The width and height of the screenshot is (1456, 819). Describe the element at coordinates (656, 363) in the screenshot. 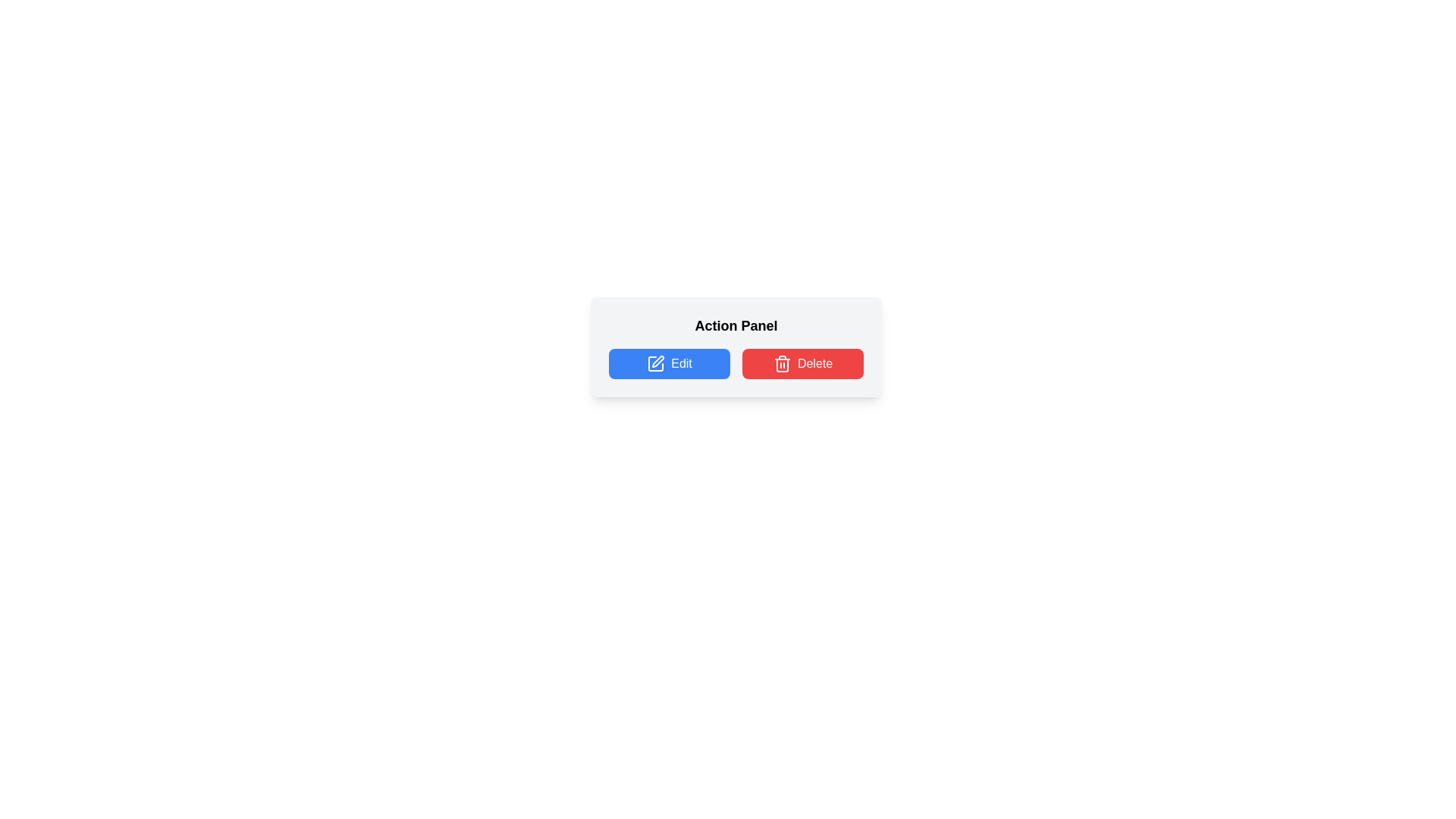

I see `the graphical icon representing an edit tool within the blue button, which is positioned to the left of a row of buttons` at that location.